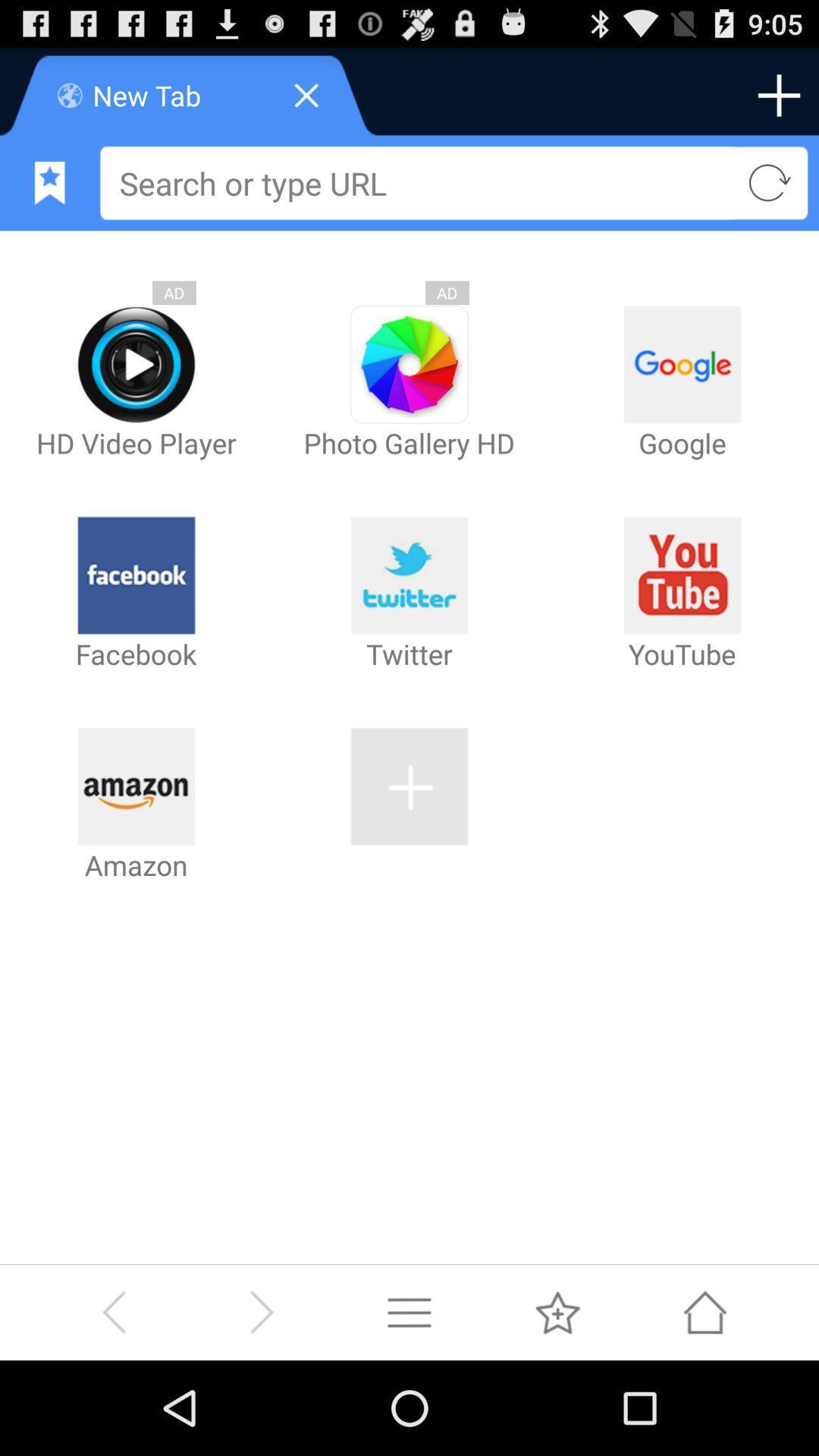  I want to click on the arrow_backward icon, so click(113, 1404).